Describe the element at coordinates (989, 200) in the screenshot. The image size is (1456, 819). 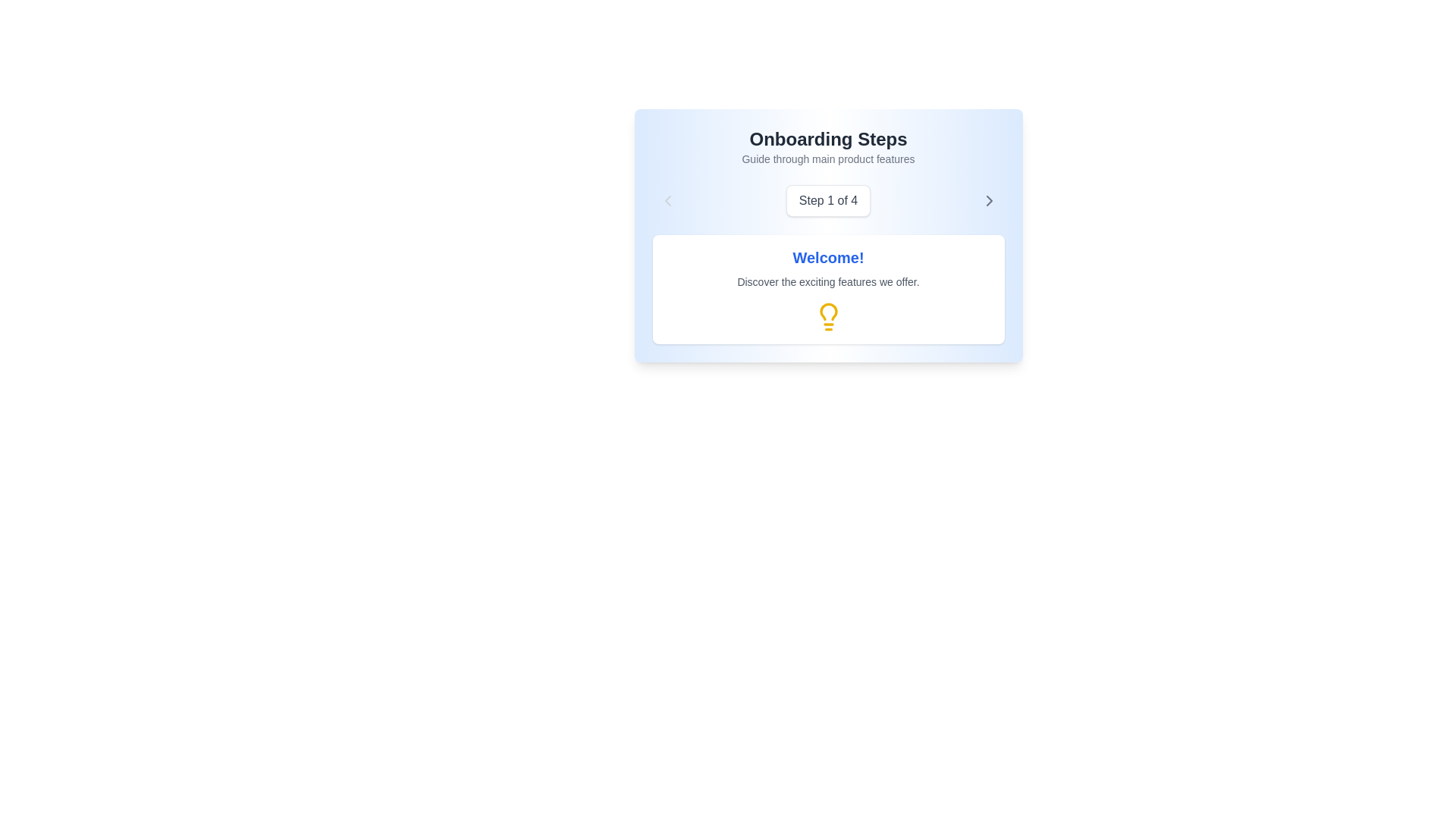
I see `the right chevron icon button located in the upper-right corner of the interface` at that location.